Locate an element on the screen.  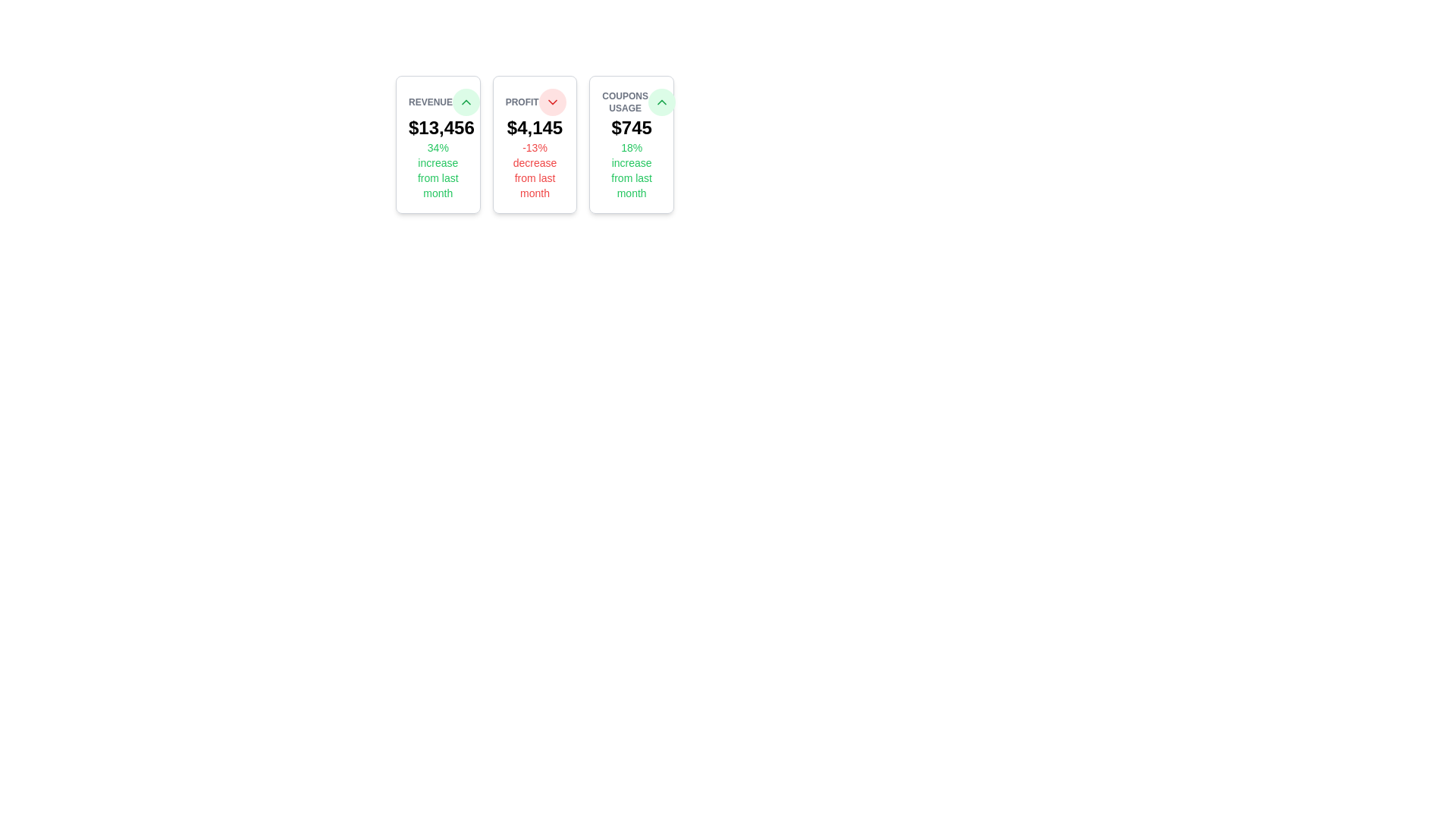
the revenue amount text label located in the upper section of the card labeled 'REVENUE', which is aligned to the leftmost position in a horizontal set of three cards is located at coordinates (437, 127).